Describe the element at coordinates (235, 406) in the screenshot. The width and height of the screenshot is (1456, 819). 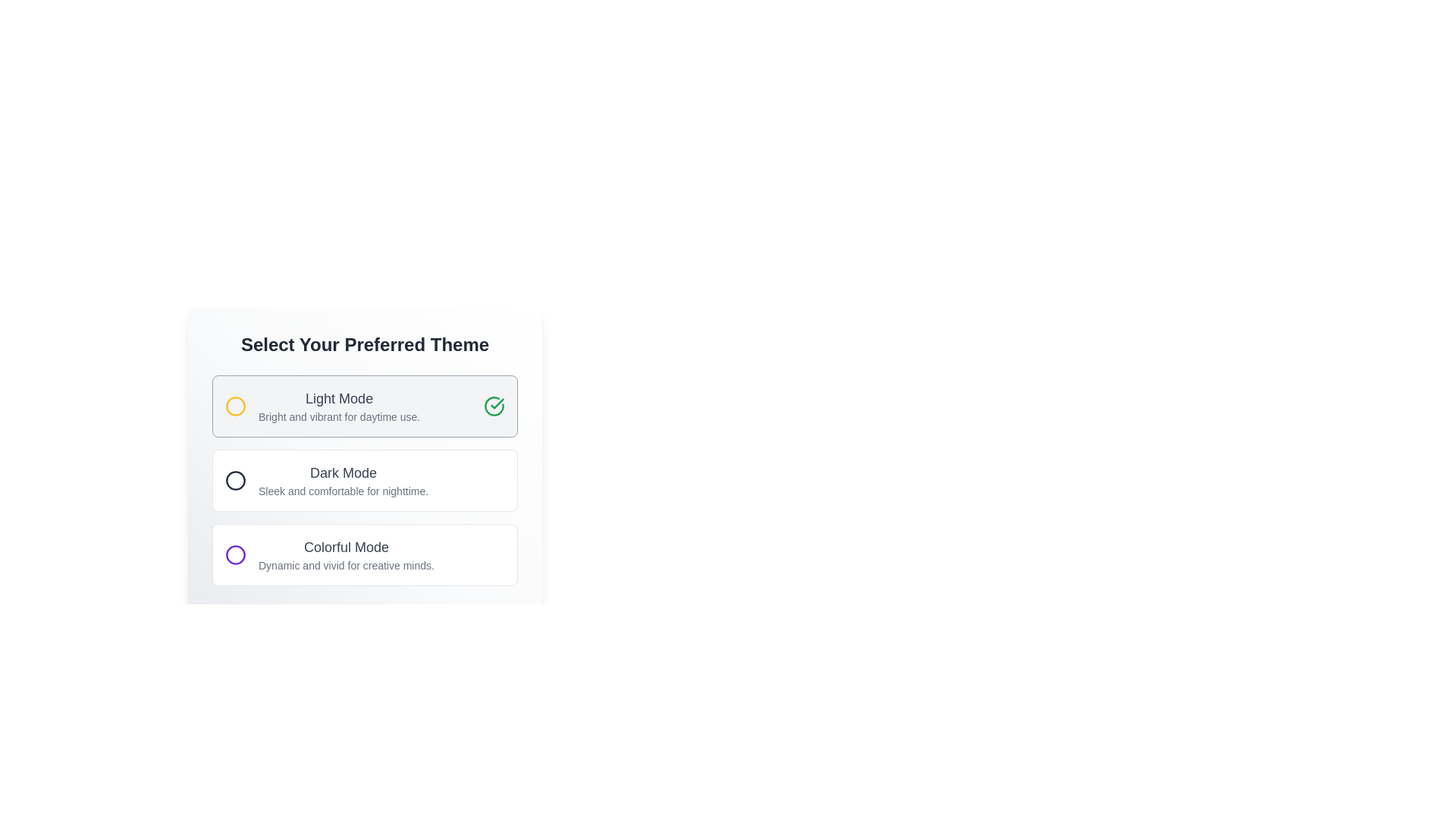
I see `the circle part of the radio button for the 'Light Mode' theme option, which serves as a visual indicator of selection` at that location.